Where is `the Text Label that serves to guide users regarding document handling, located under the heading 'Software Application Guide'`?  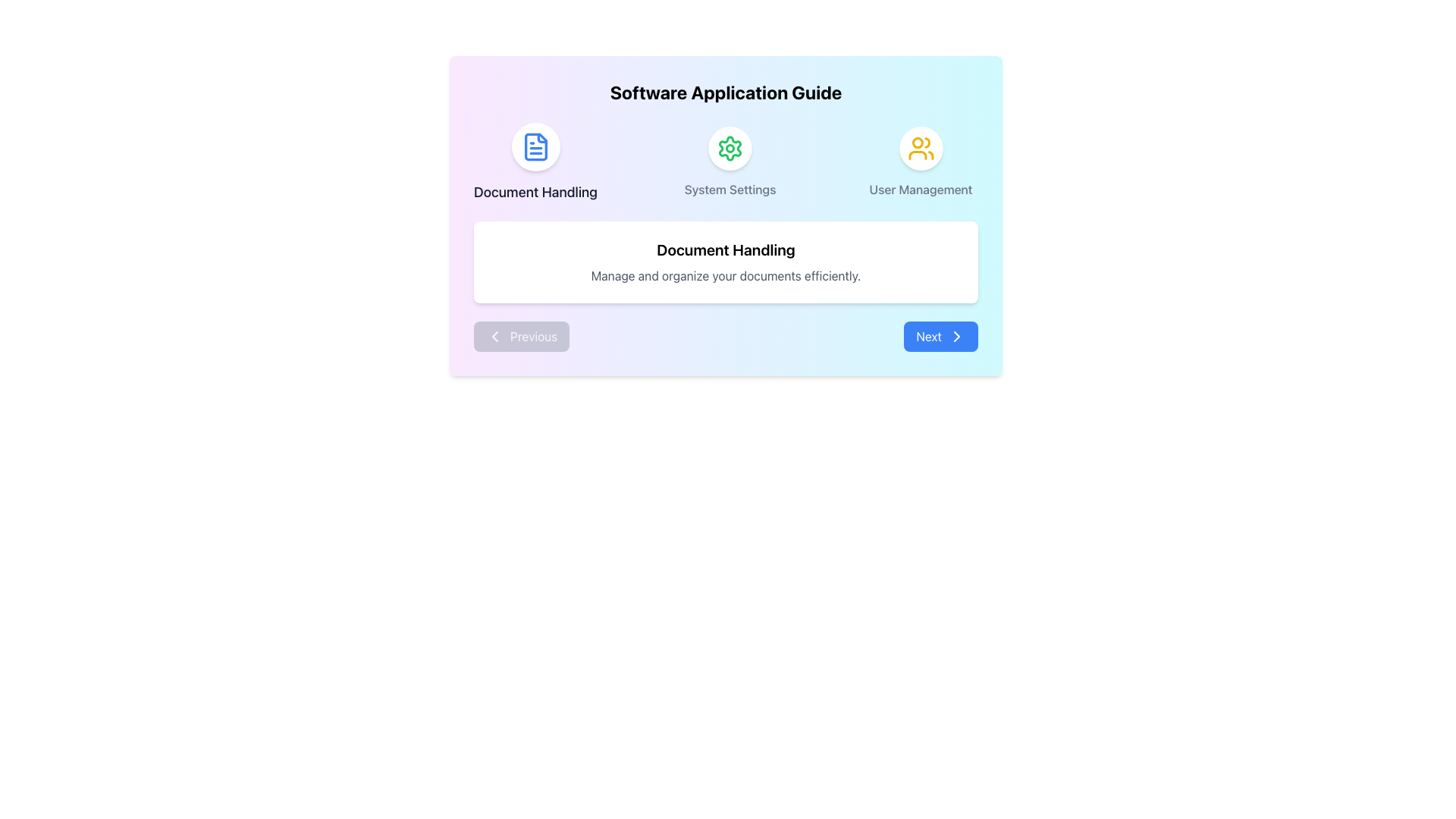 the Text Label that serves to guide users regarding document handling, located under the heading 'Software Application Guide' is located at coordinates (535, 192).